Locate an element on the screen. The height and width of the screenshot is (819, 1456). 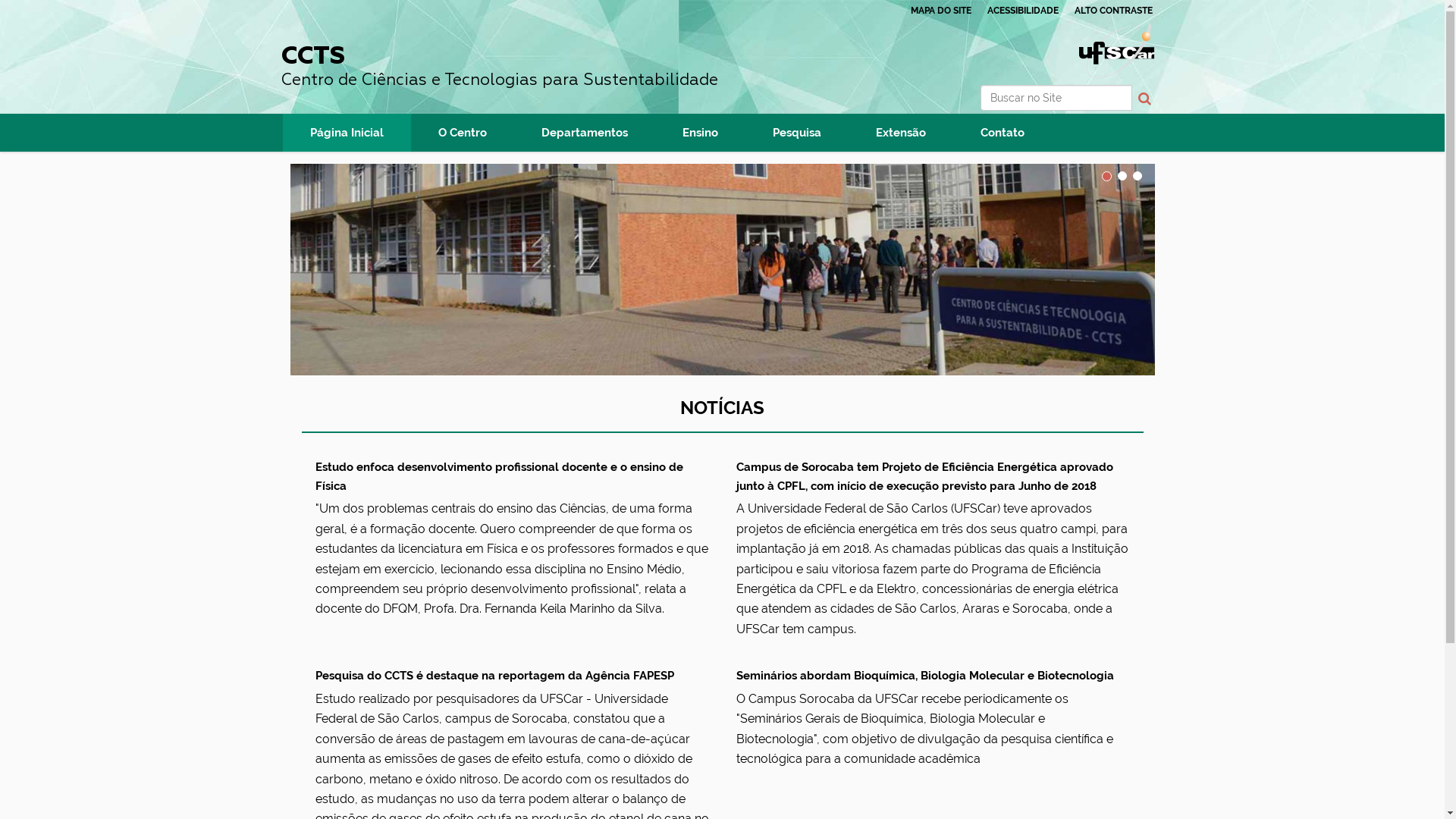
'Ensino' is located at coordinates (699, 131).